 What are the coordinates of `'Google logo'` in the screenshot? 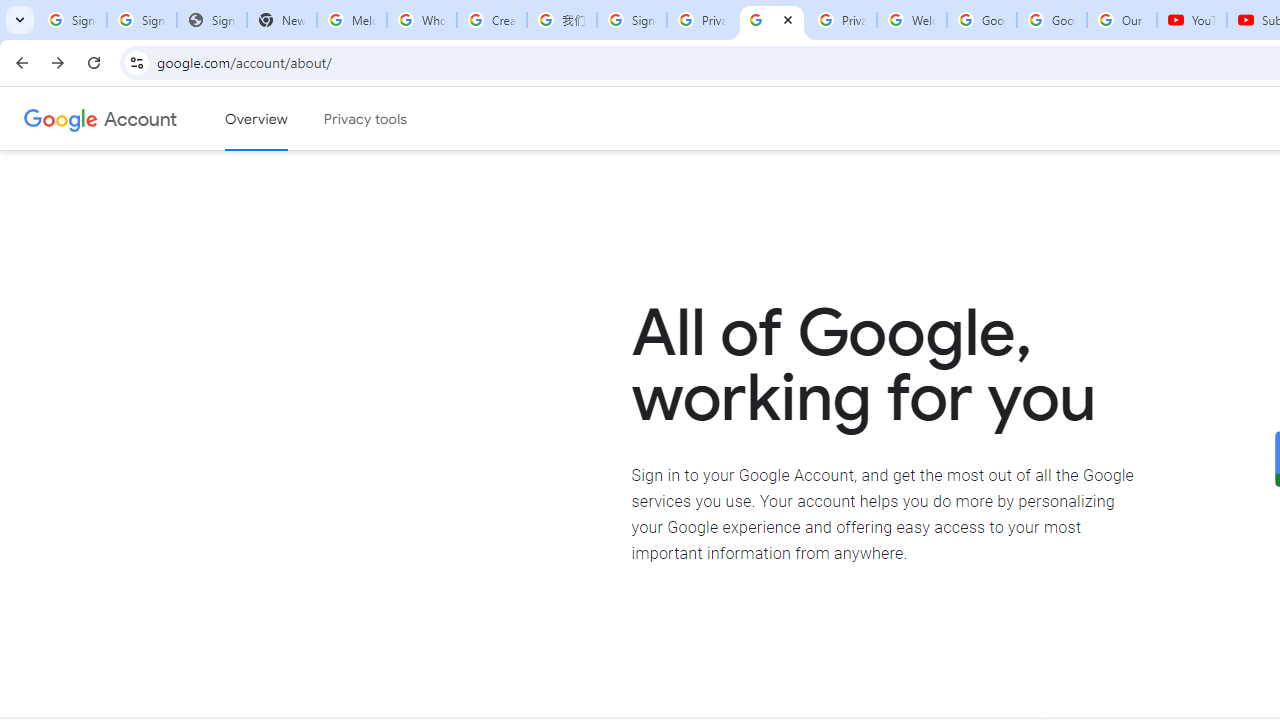 It's located at (61, 118).